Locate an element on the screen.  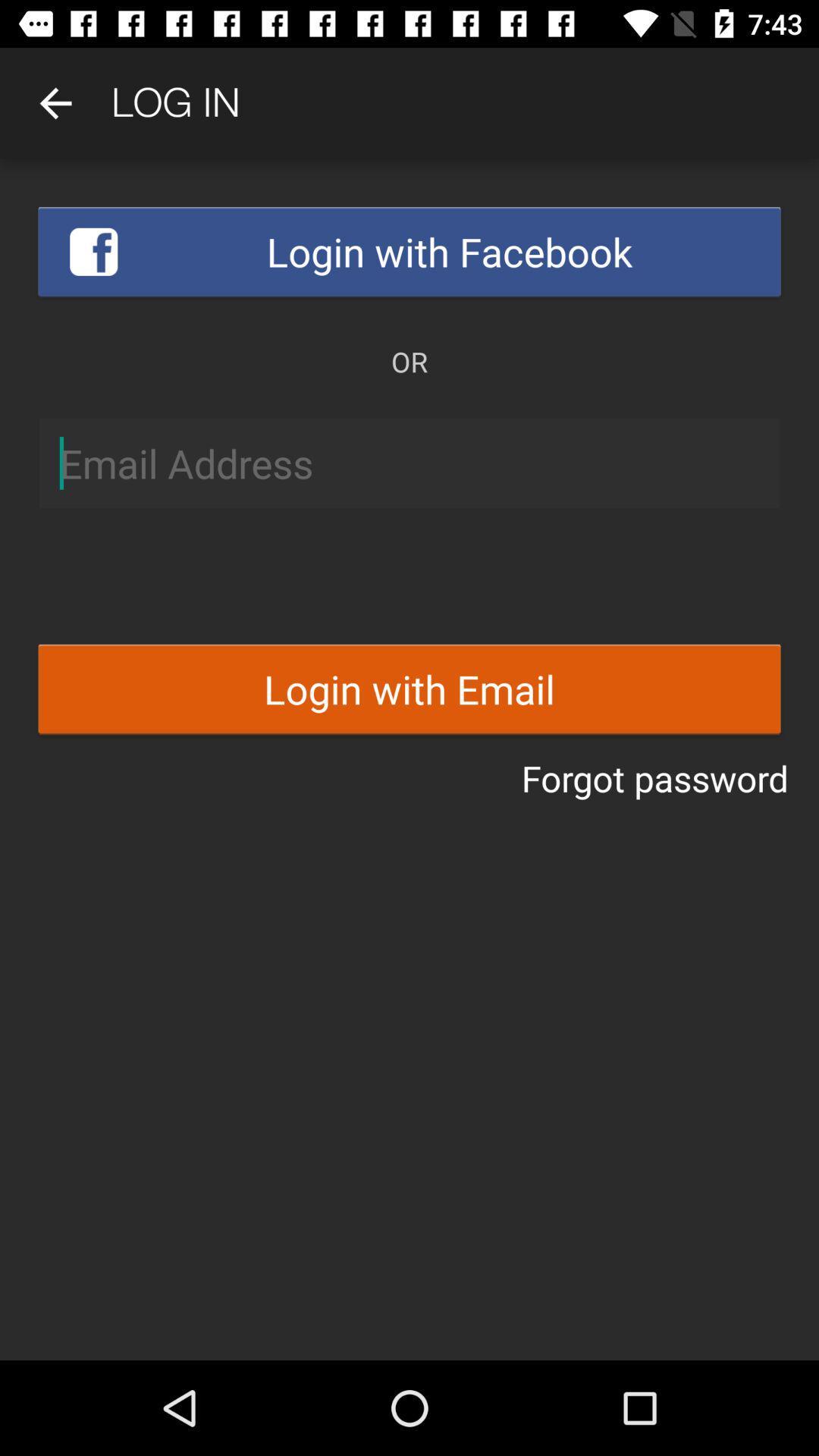
the icon at the top left corner is located at coordinates (55, 102).